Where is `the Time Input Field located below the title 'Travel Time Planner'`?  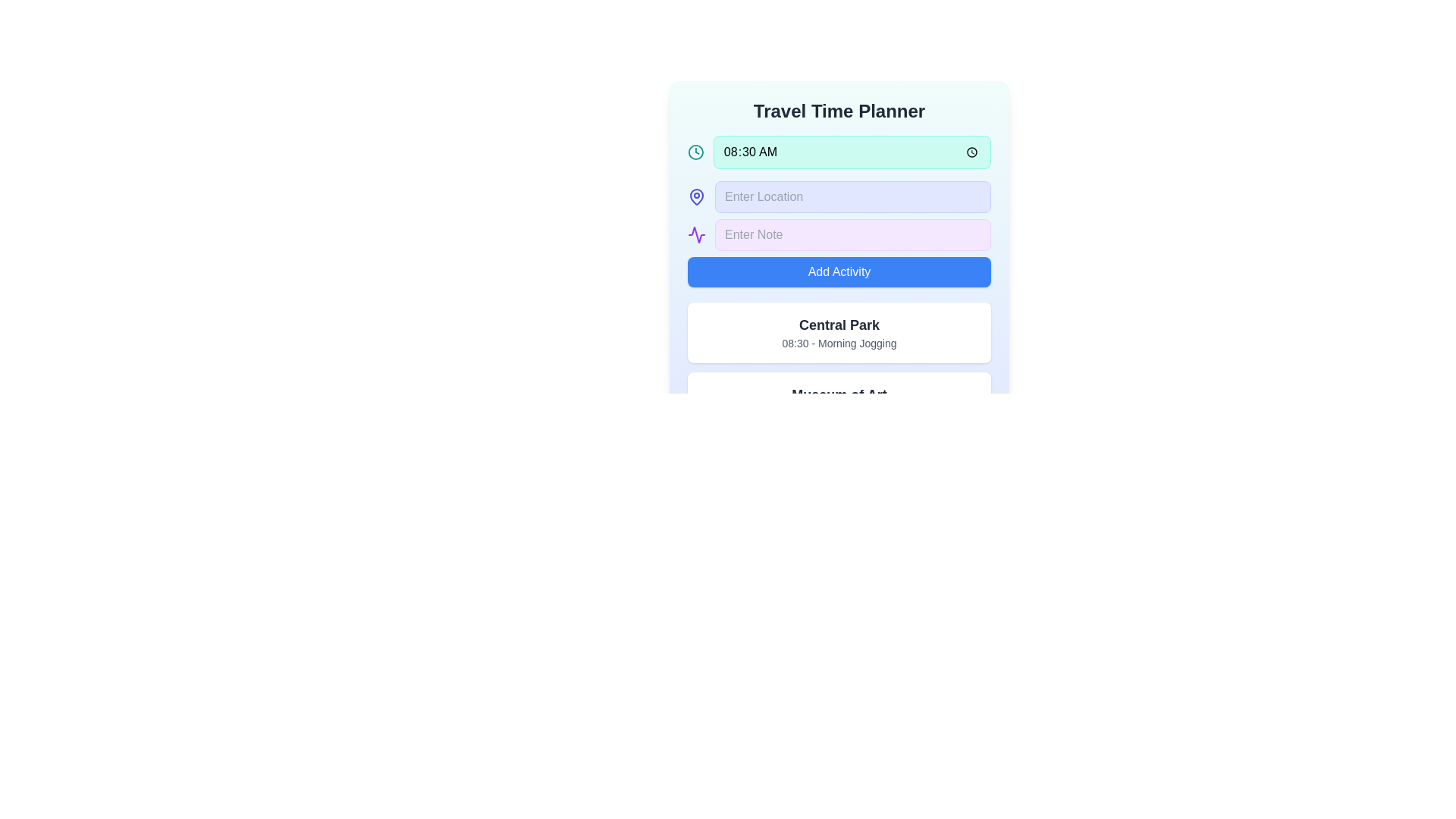 the Time Input Field located below the title 'Travel Time Planner' is located at coordinates (852, 152).